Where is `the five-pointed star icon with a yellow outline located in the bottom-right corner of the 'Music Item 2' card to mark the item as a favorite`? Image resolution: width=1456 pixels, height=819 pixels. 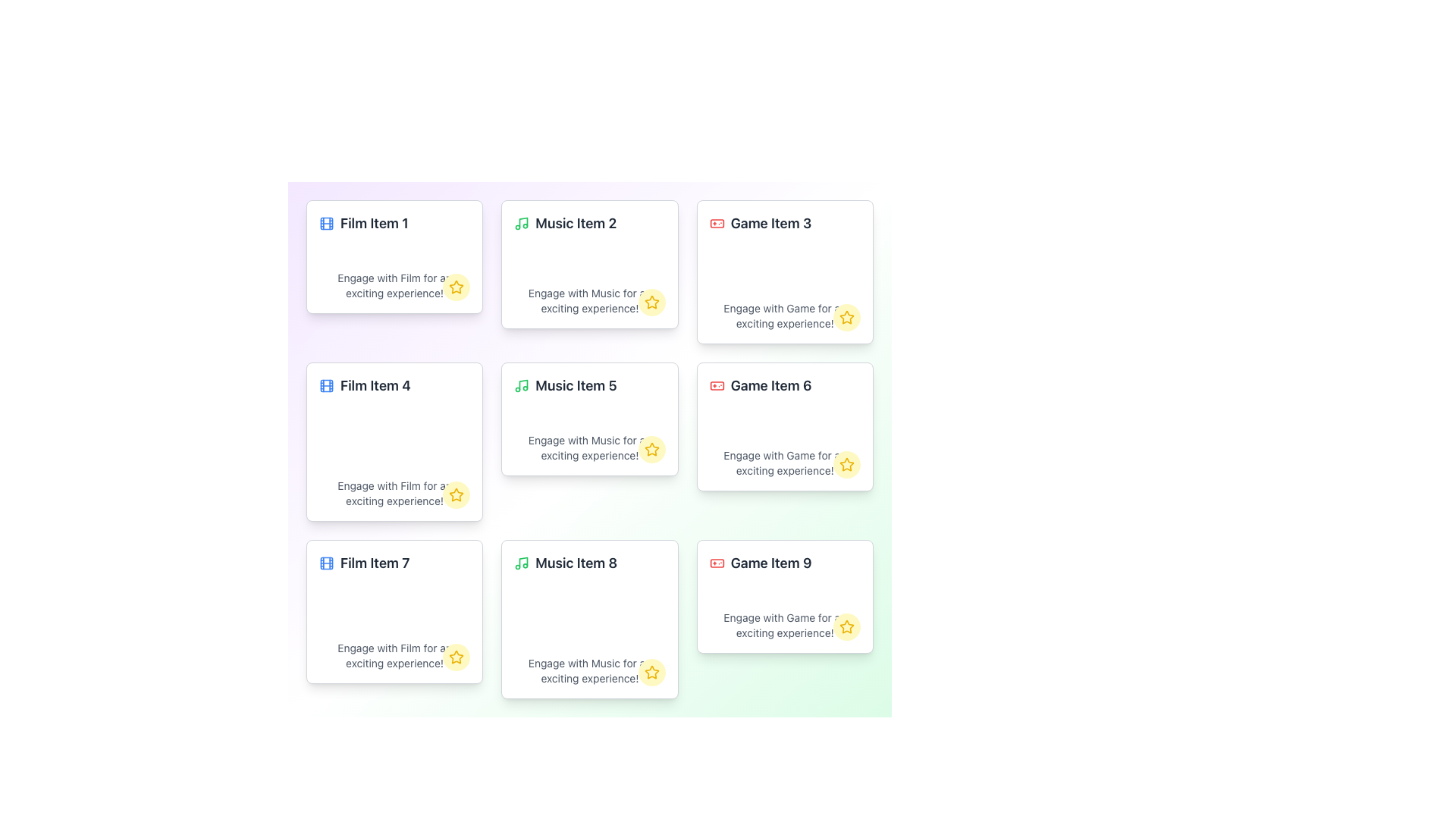
the five-pointed star icon with a yellow outline located in the bottom-right corner of the 'Music Item 2' card to mark the item as a favorite is located at coordinates (651, 302).